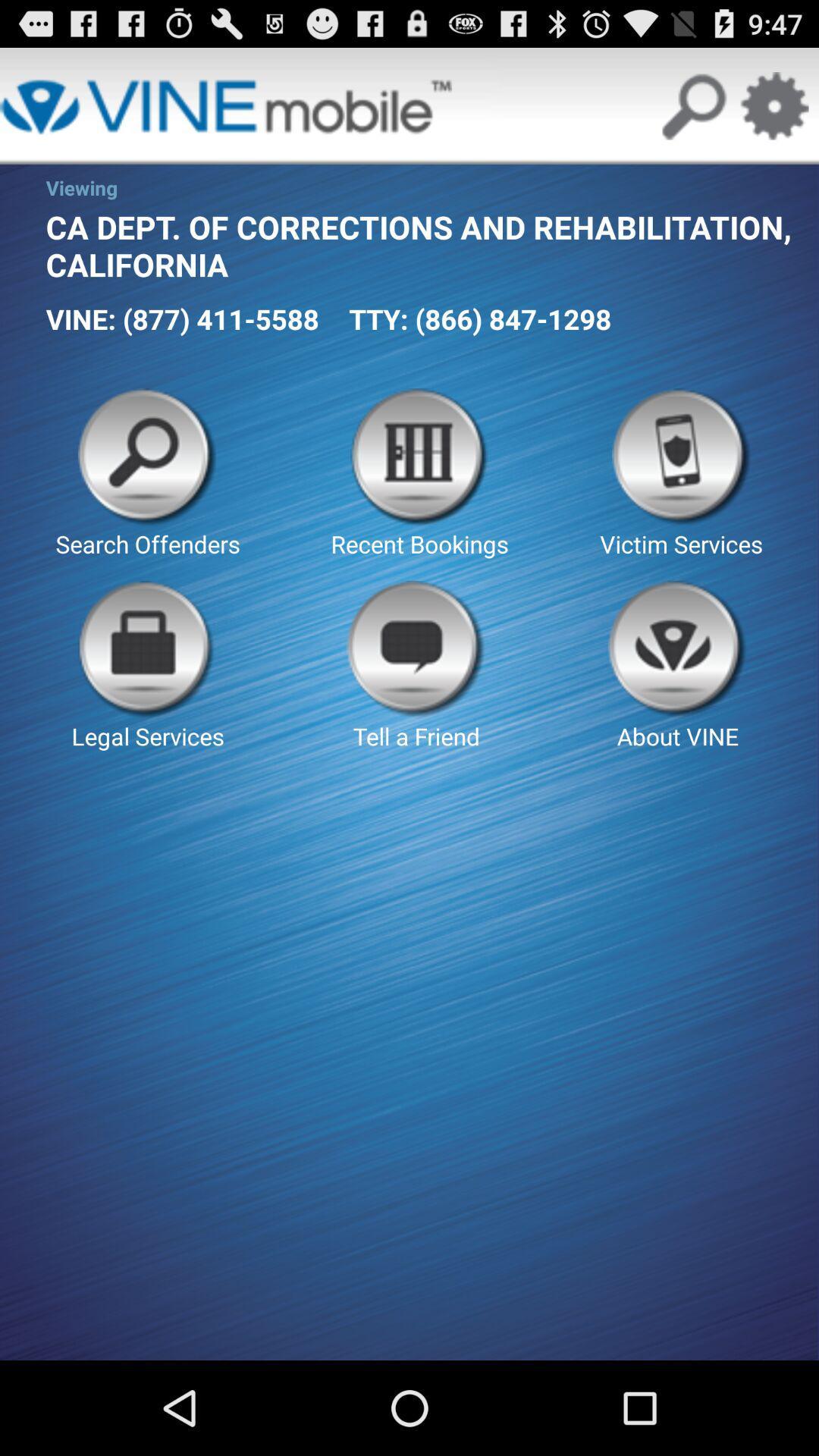 The width and height of the screenshot is (819, 1456). What do you see at coordinates (677, 666) in the screenshot?
I see `icon to the right of the tell a friend item` at bounding box center [677, 666].